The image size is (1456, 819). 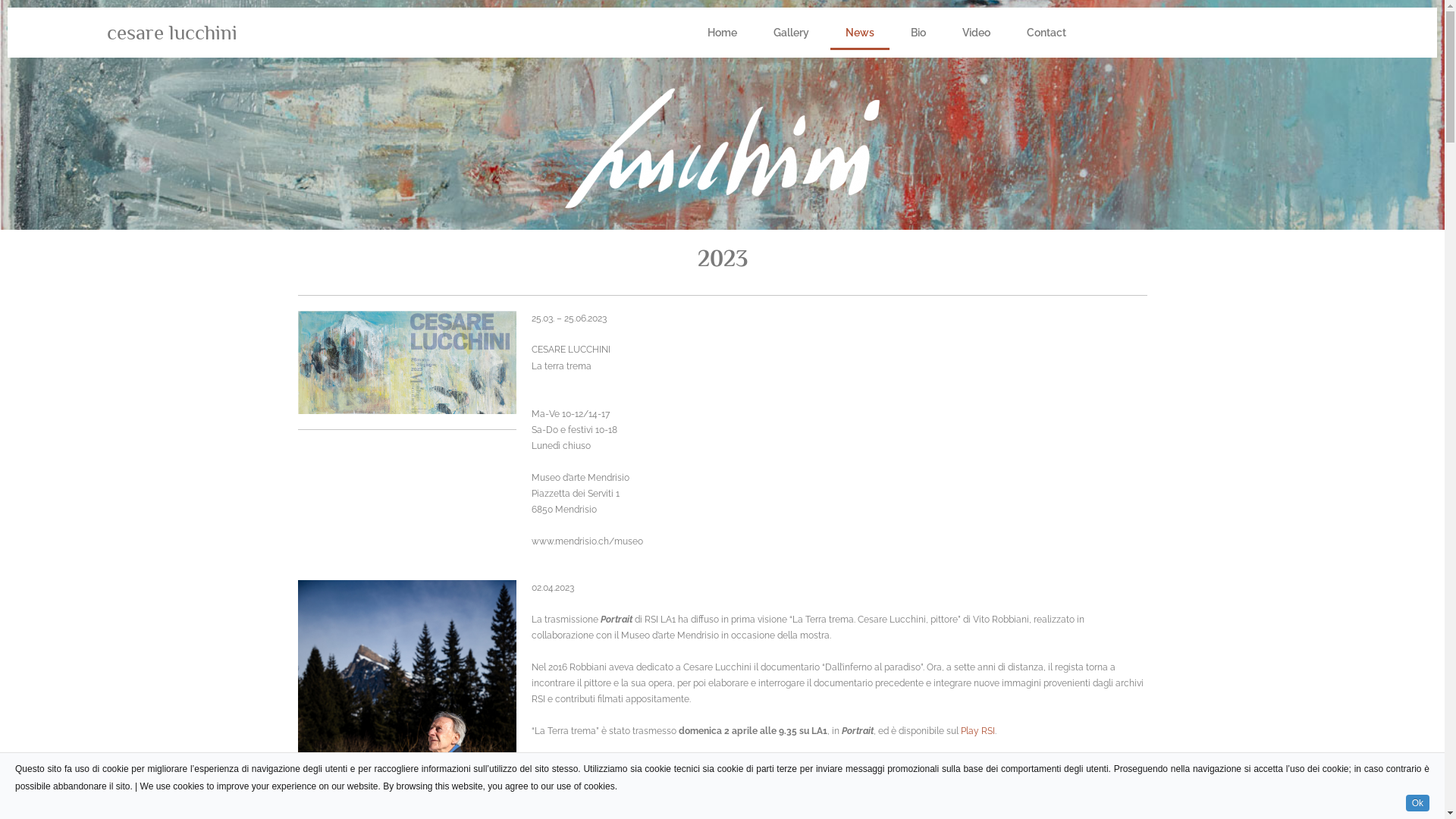 What do you see at coordinates (790, 32) in the screenshot?
I see `'Gallery'` at bounding box center [790, 32].